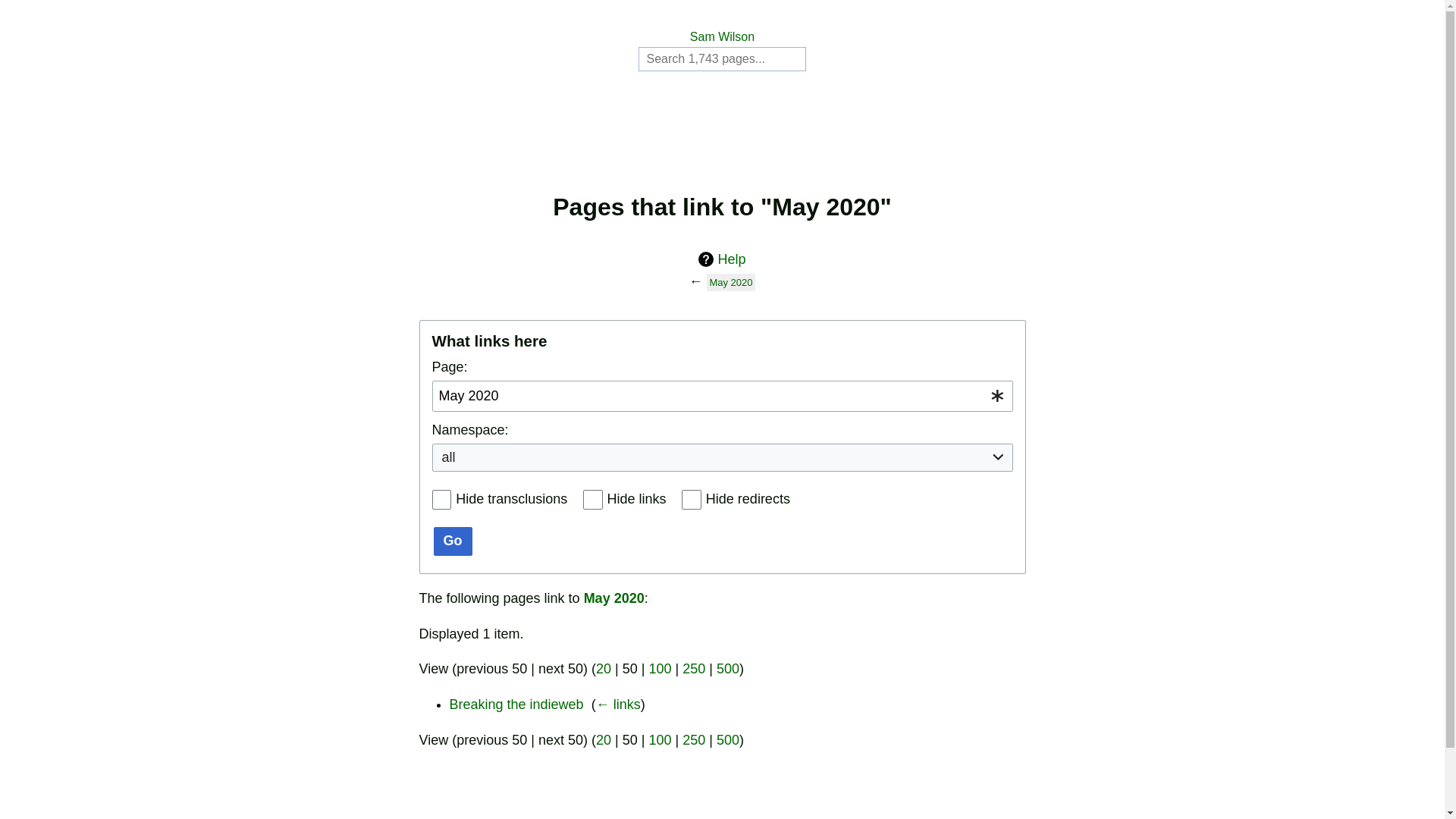  I want to click on '500', so click(728, 668).